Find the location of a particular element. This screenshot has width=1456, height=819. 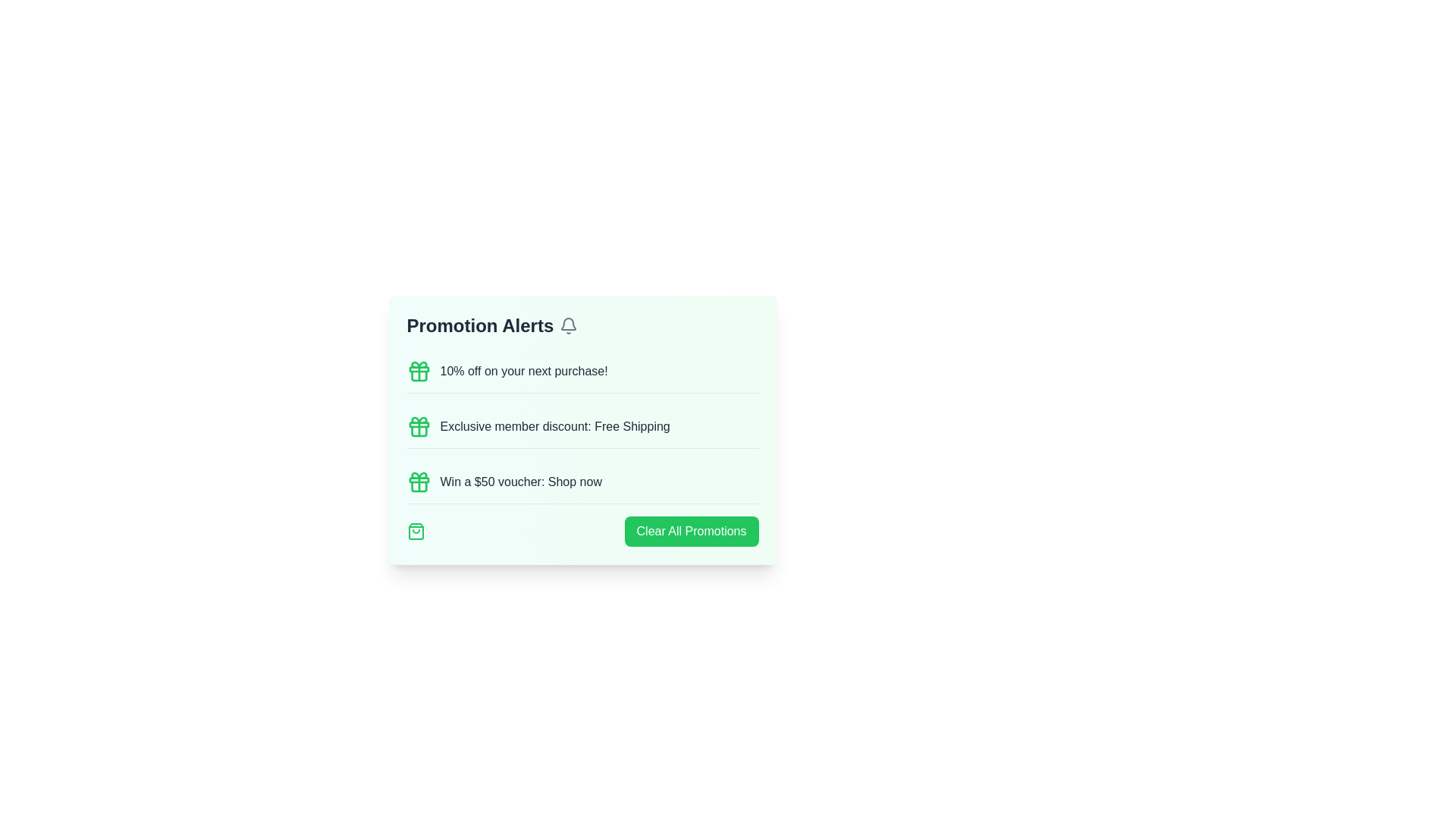

the icon located at the top-left corner of the 'Clear All Promotions' button is located at coordinates (416, 531).